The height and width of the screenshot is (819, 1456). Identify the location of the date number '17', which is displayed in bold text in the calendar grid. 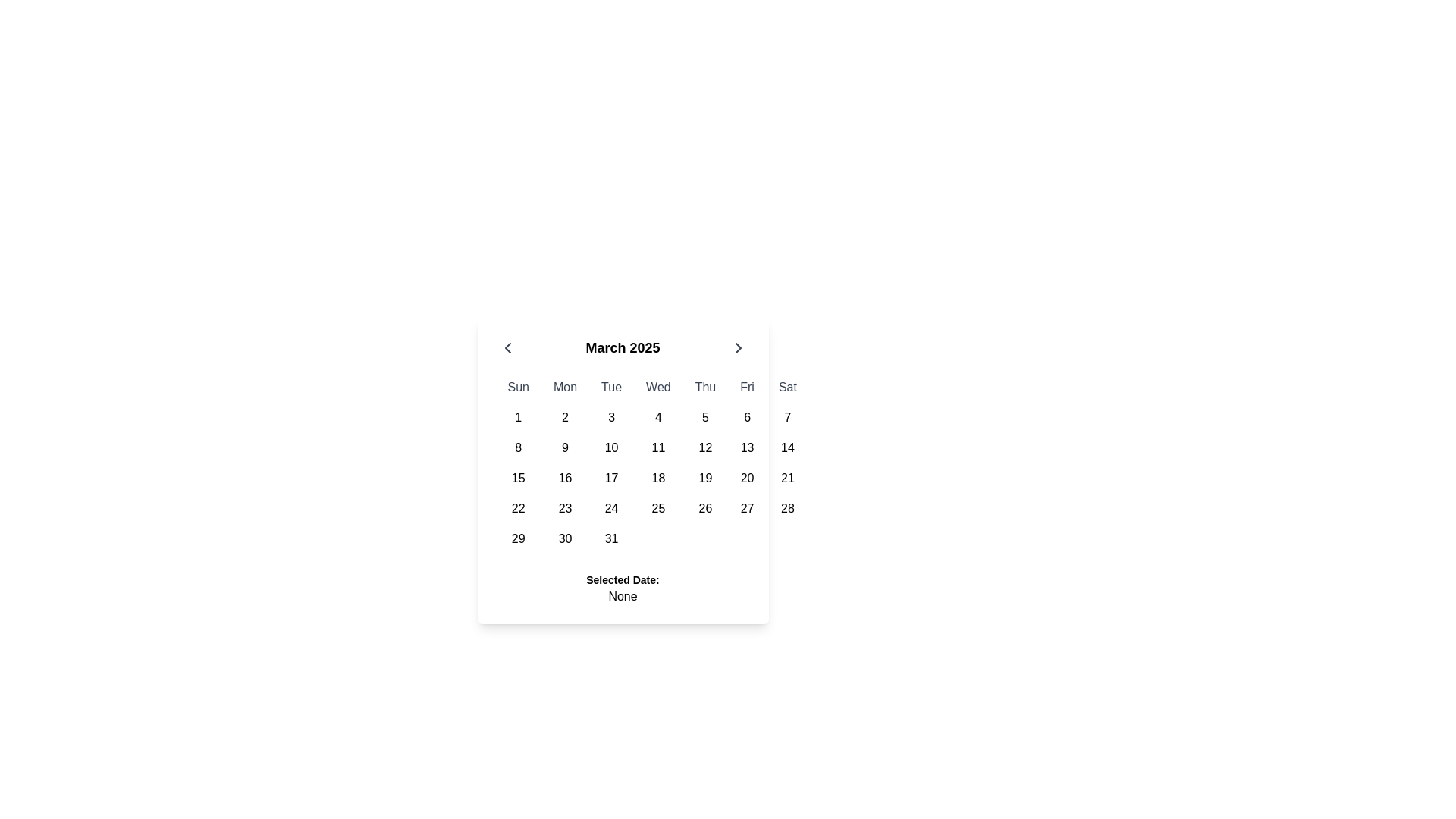
(611, 479).